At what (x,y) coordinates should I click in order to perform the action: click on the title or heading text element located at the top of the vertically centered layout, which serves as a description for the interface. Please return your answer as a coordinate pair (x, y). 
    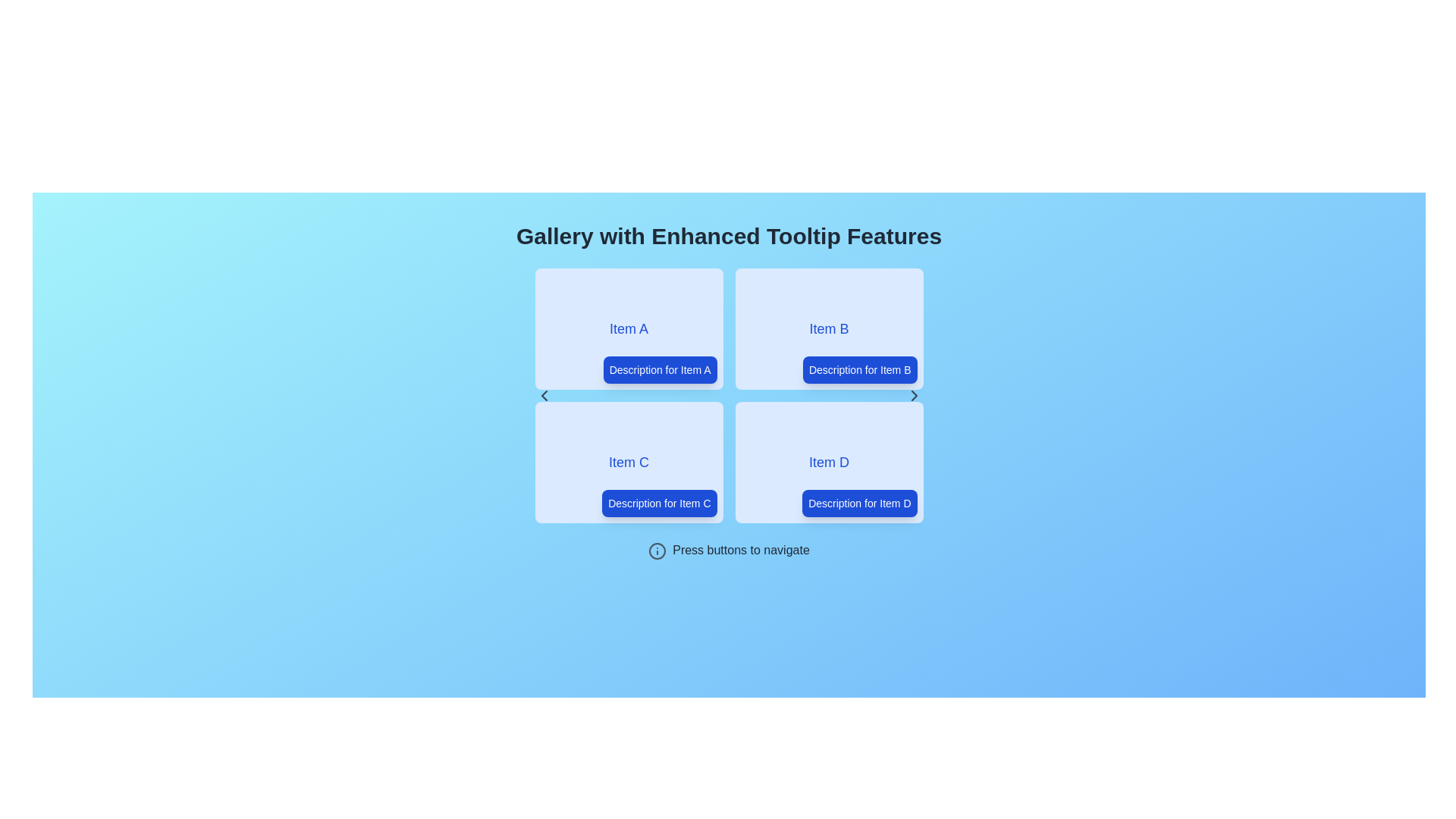
    Looking at the image, I should click on (729, 237).